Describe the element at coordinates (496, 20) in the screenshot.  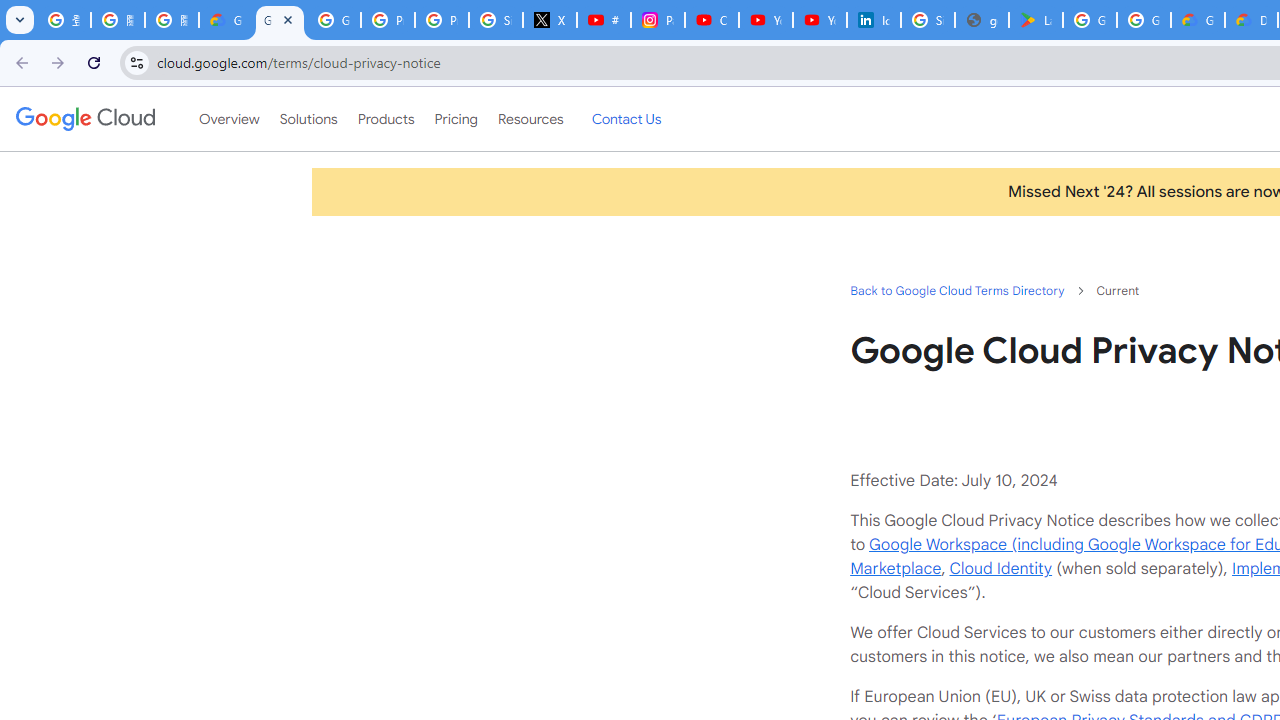
I see `'Sign in - Google Accounts'` at that location.